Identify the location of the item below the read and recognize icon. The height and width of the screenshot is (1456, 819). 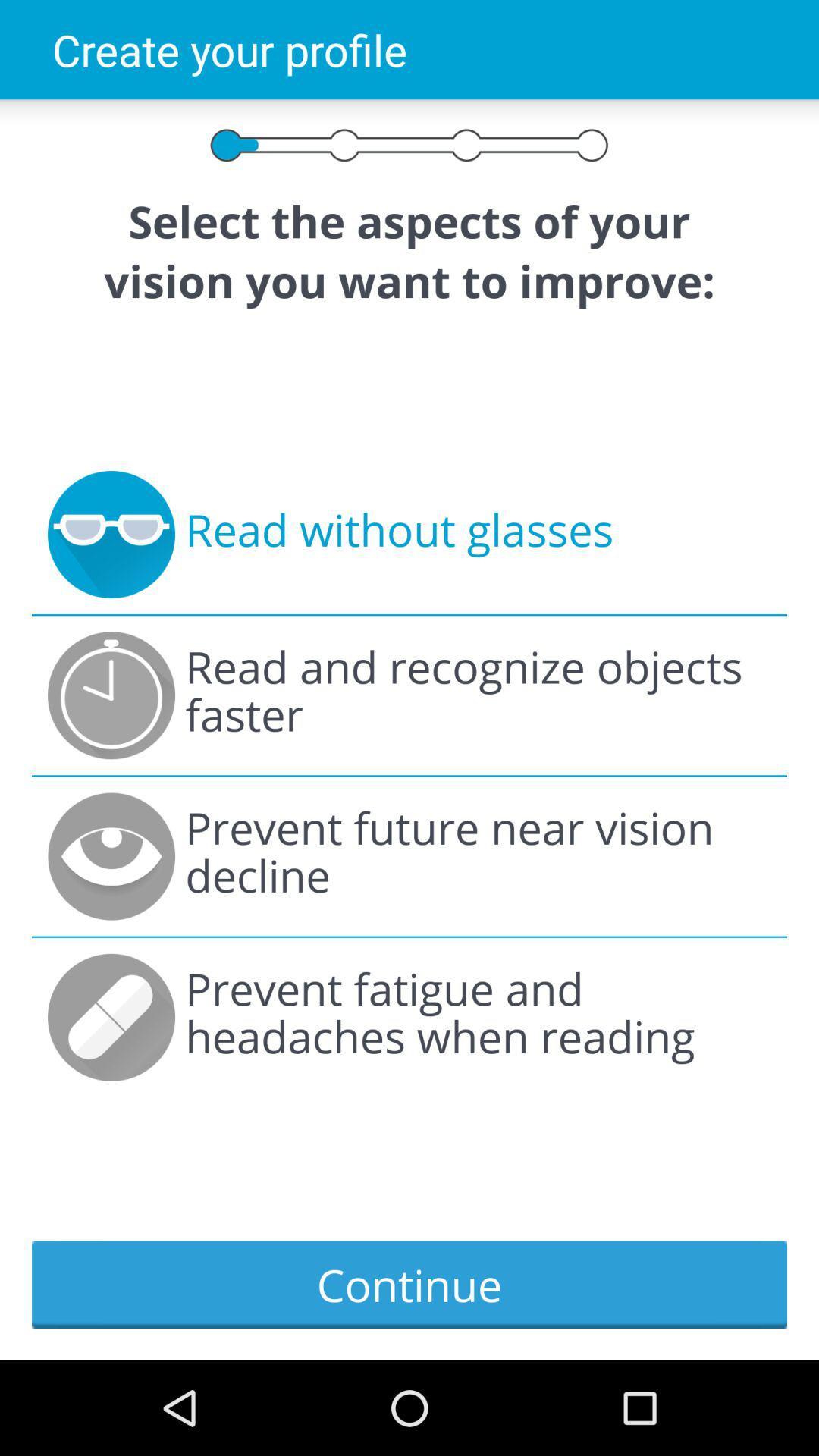
(478, 856).